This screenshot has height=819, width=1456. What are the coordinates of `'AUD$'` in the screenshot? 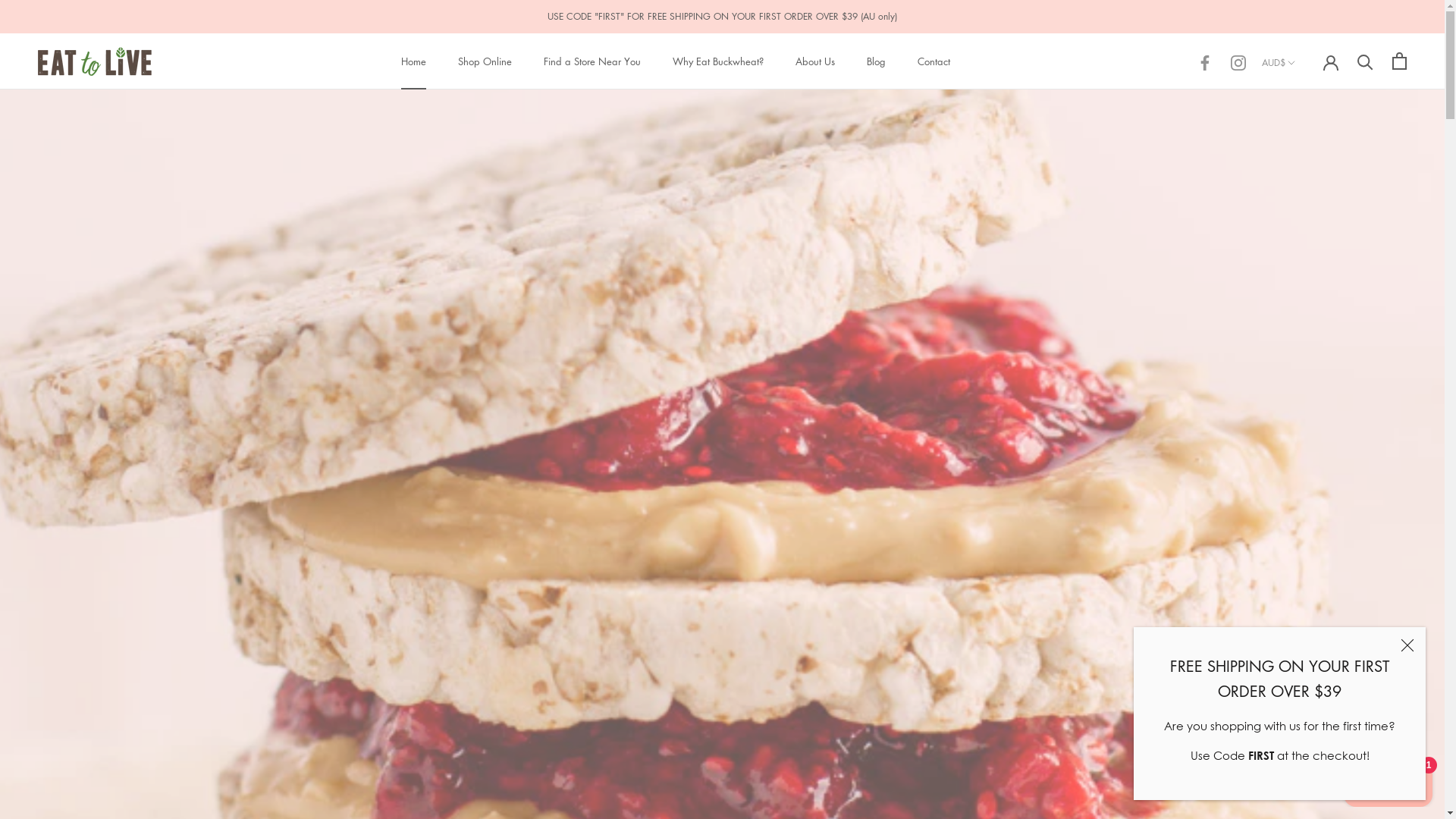 It's located at (1279, 62).